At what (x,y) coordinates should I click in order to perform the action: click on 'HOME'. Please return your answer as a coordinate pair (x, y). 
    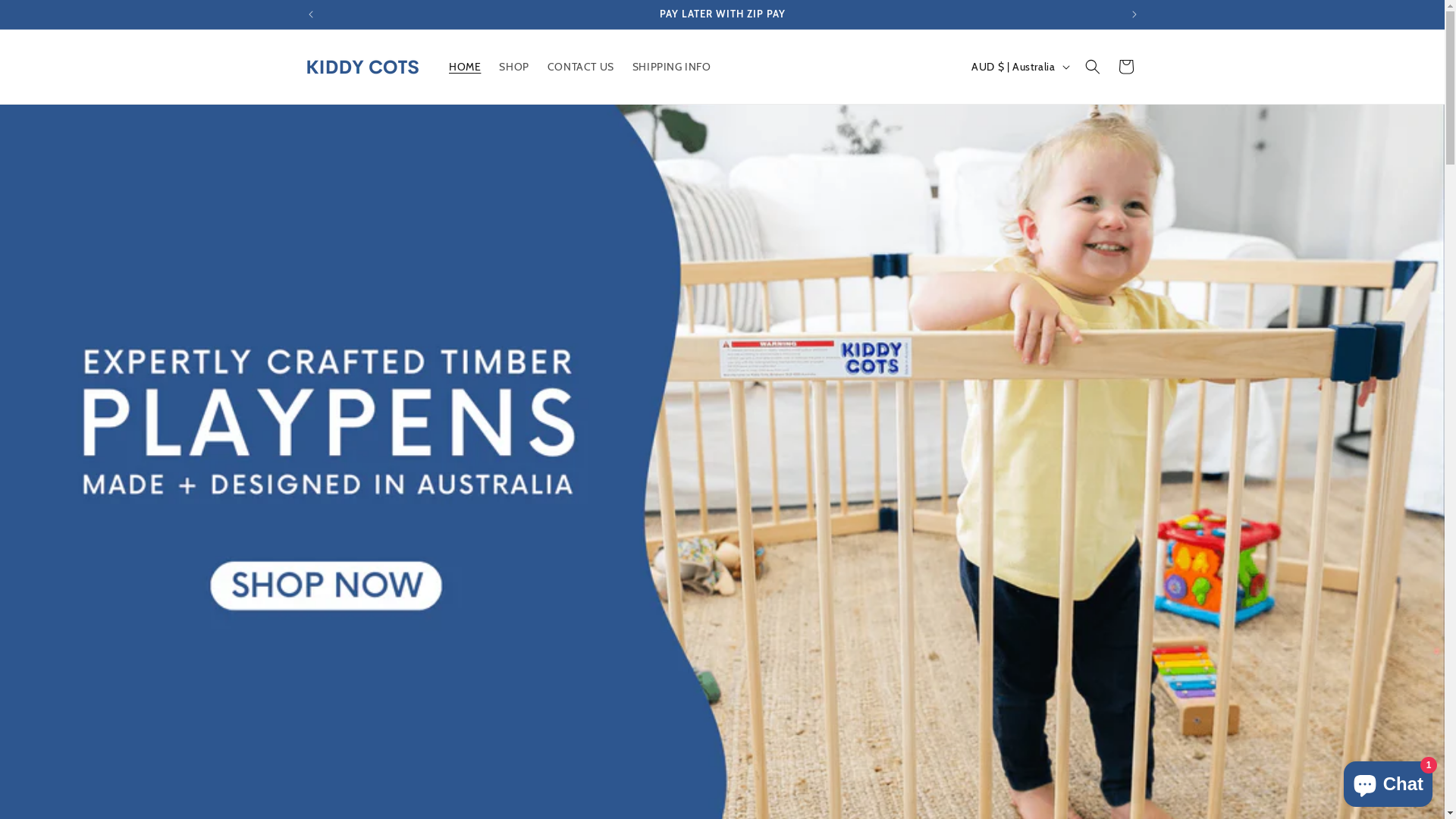
    Looking at the image, I should click on (464, 66).